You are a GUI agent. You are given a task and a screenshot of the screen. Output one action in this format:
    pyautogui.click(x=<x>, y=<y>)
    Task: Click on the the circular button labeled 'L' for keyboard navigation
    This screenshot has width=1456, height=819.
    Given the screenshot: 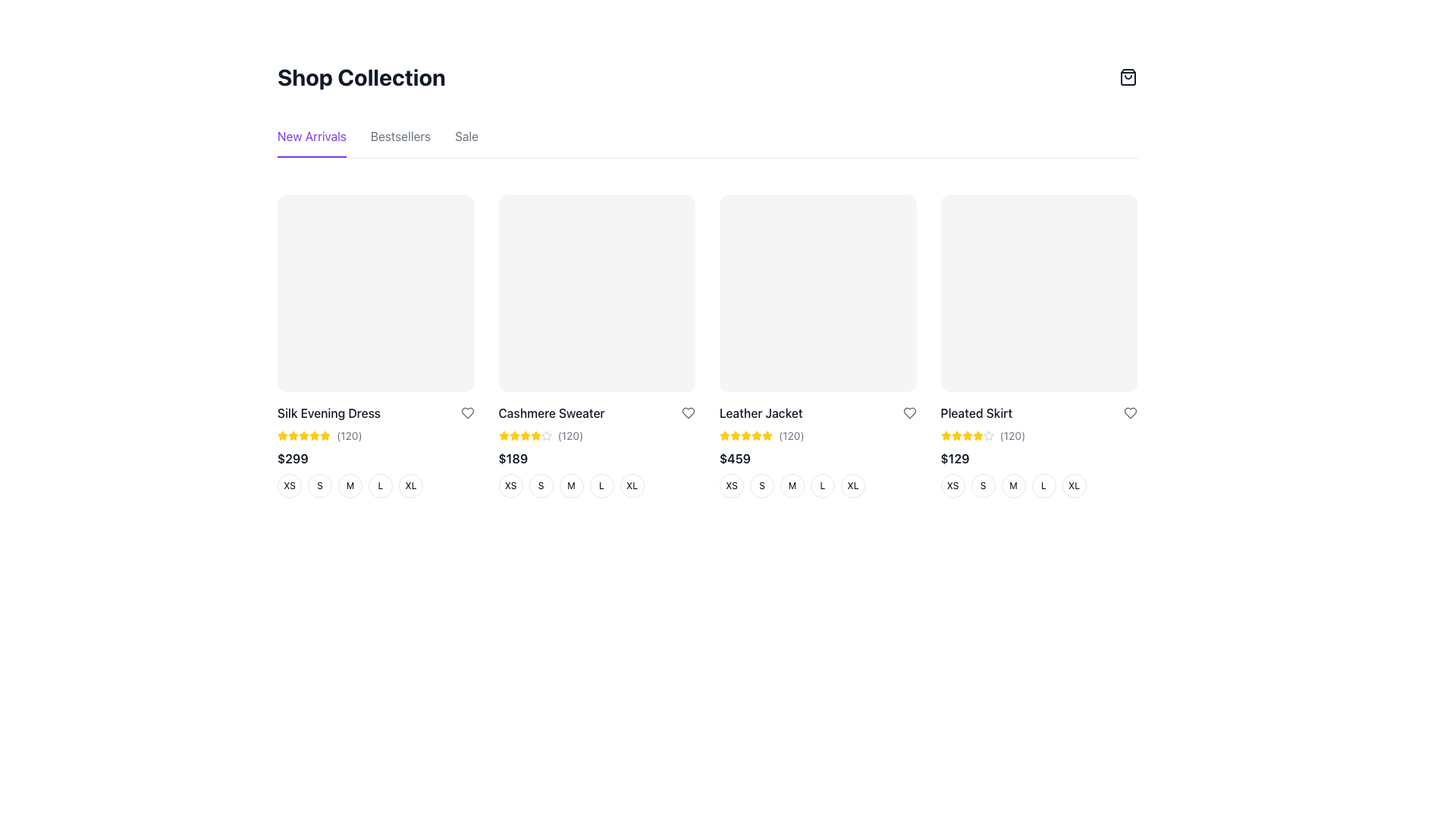 What is the action you would take?
    pyautogui.click(x=596, y=485)
    